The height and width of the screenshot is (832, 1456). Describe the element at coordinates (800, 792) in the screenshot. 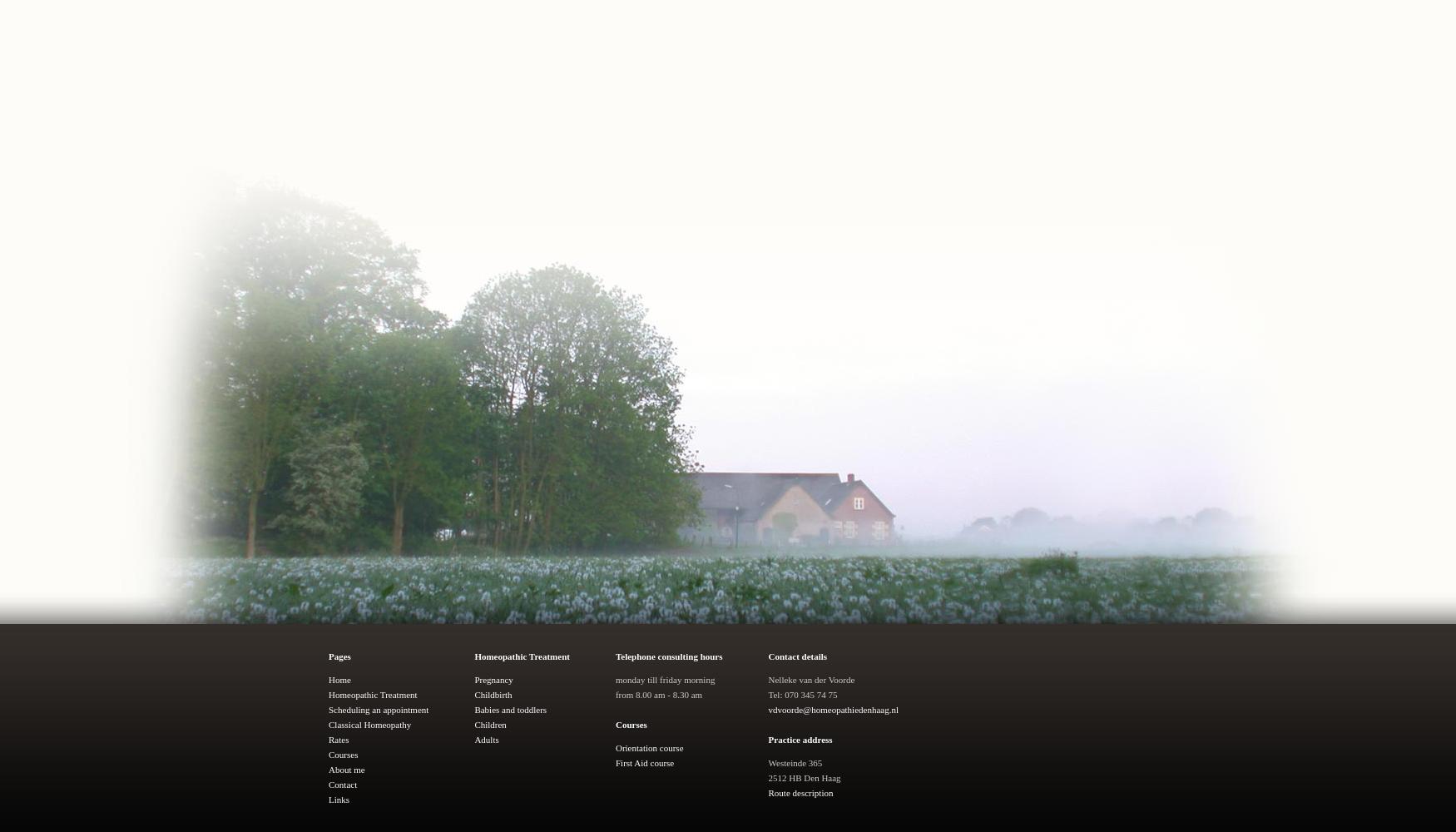

I see `'Route description'` at that location.